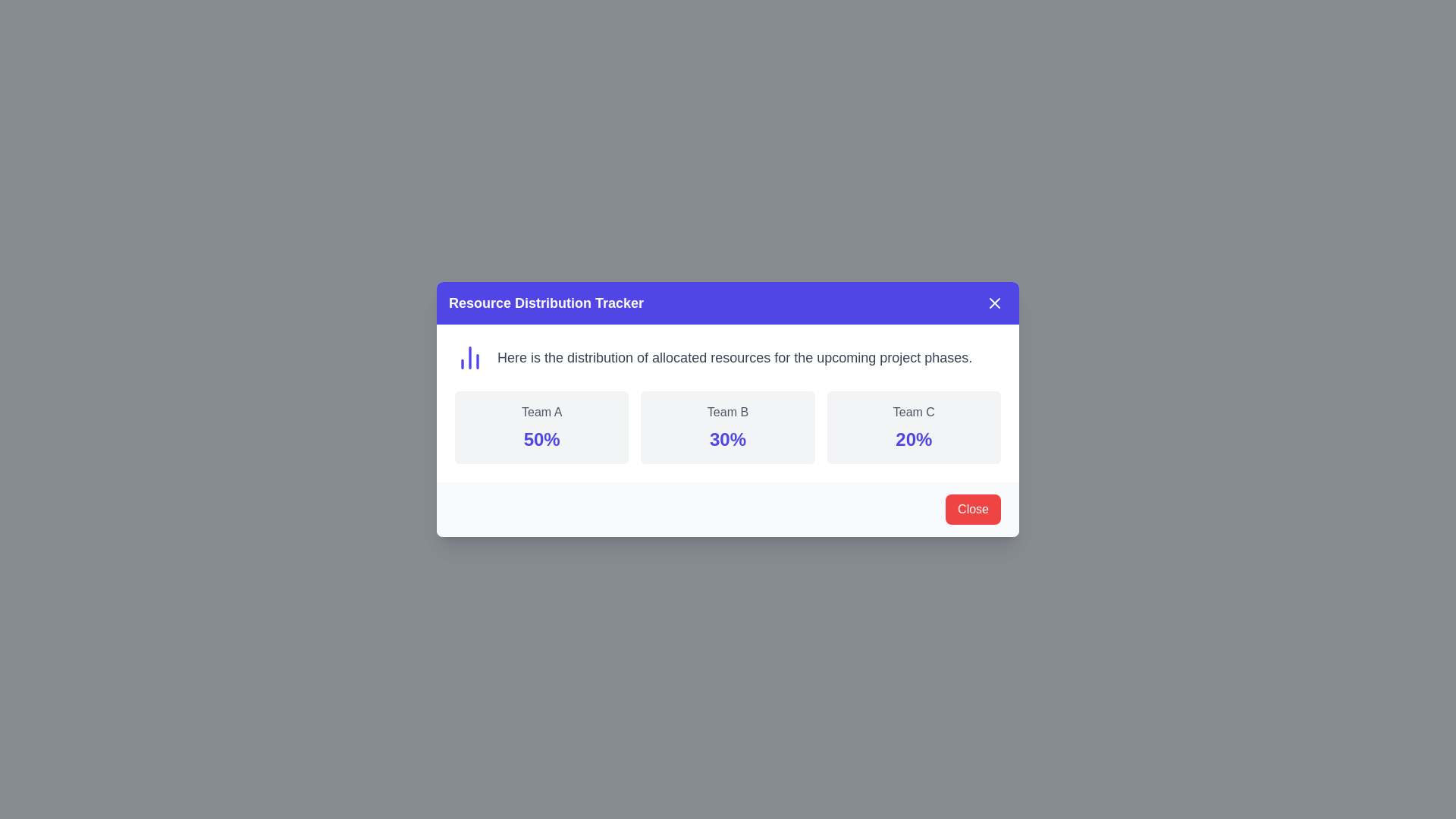 This screenshot has width=1456, height=819. What do you see at coordinates (994, 303) in the screenshot?
I see `the close icon button located in the top-right corner of the modal dialog header` at bounding box center [994, 303].